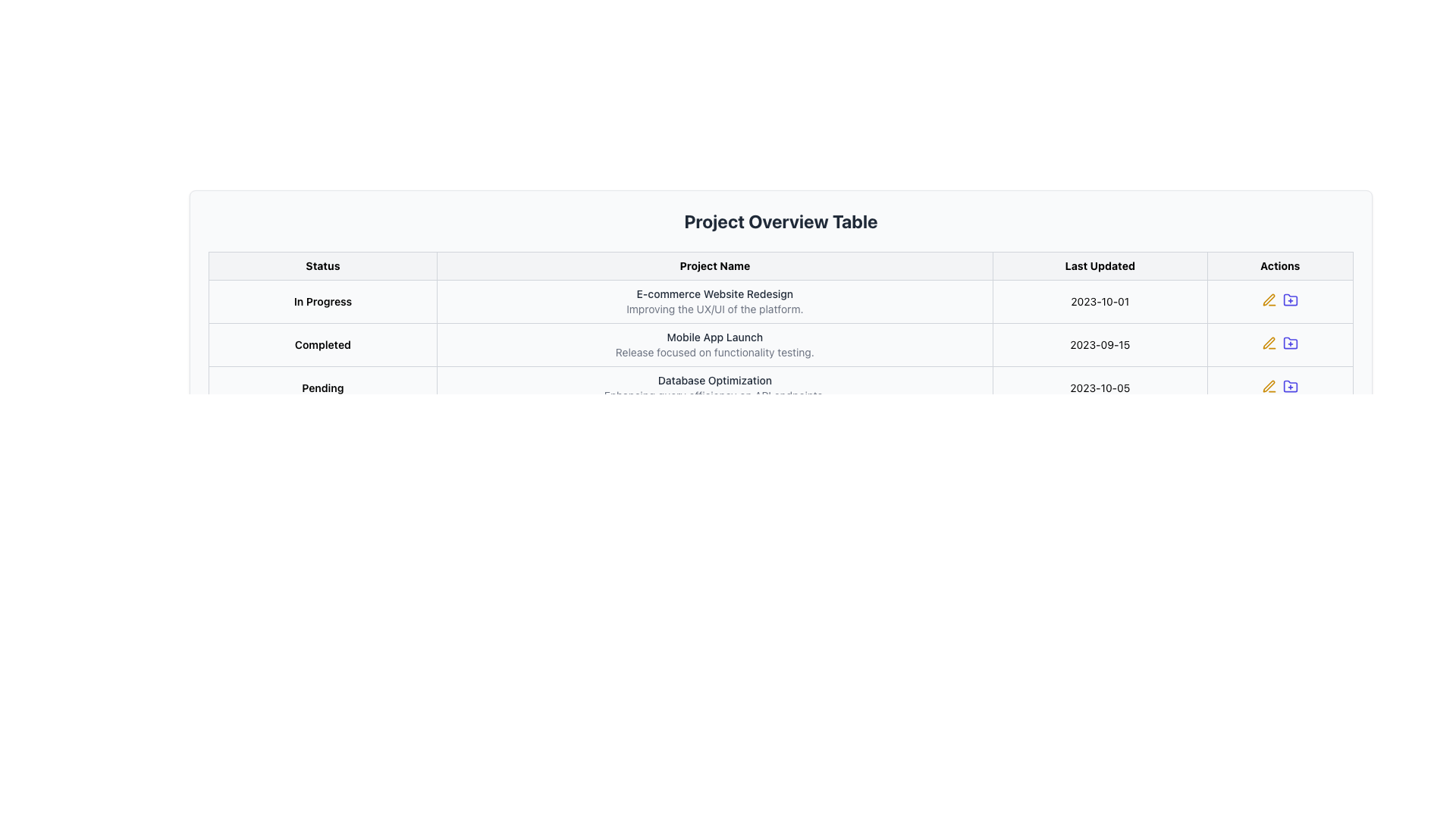 The height and width of the screenshot is (819, 1456). Describe the element at coordinates (714, 394) in the screenshot. I see `text label that contains 'Enhancing query efficiency on API endpoints.' which is styled in gray and positioned below the main title 'Database Optimization.'` at that location.